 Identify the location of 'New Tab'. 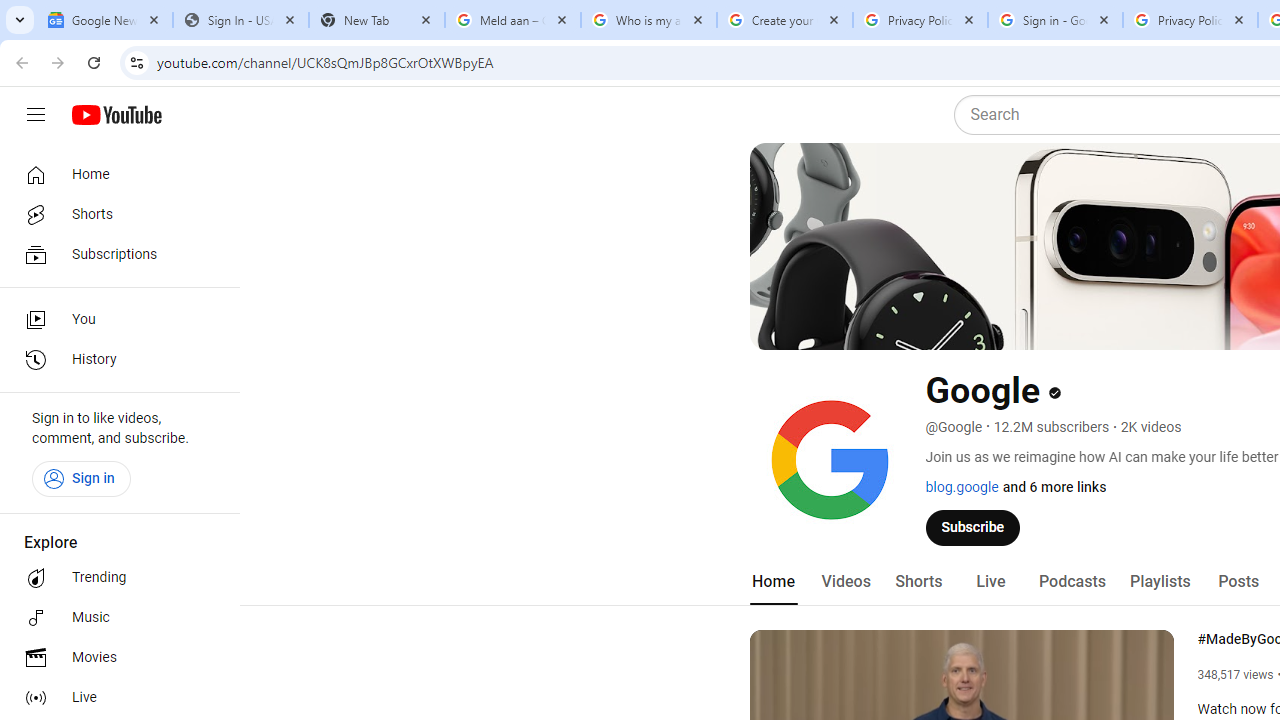
(376, 20).